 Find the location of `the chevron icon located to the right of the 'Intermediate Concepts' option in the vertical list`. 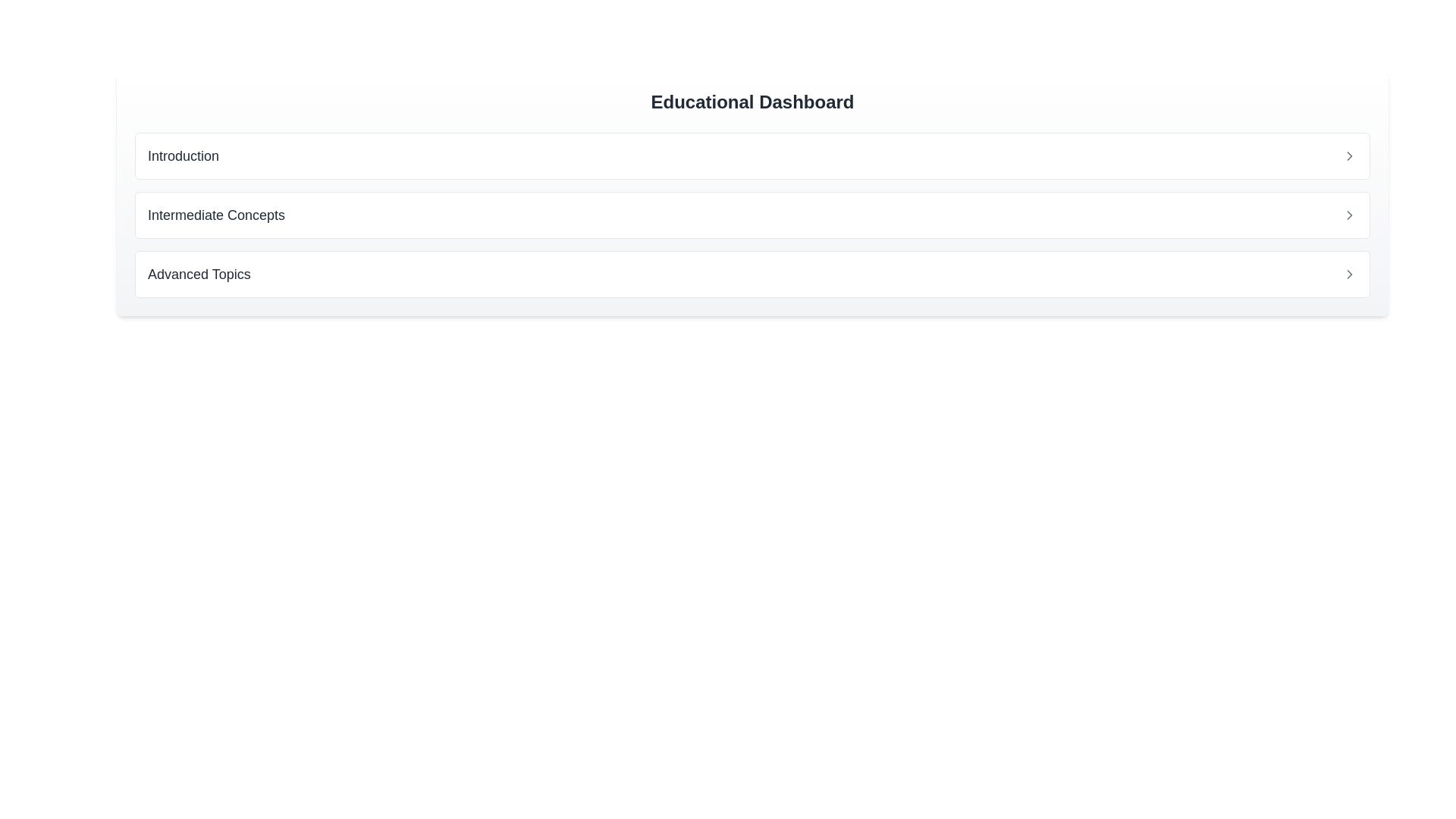

the chevron icon located to the right of the 'Intermediate Concepts' option in the vertical list is located at coordinates (1350, 215).